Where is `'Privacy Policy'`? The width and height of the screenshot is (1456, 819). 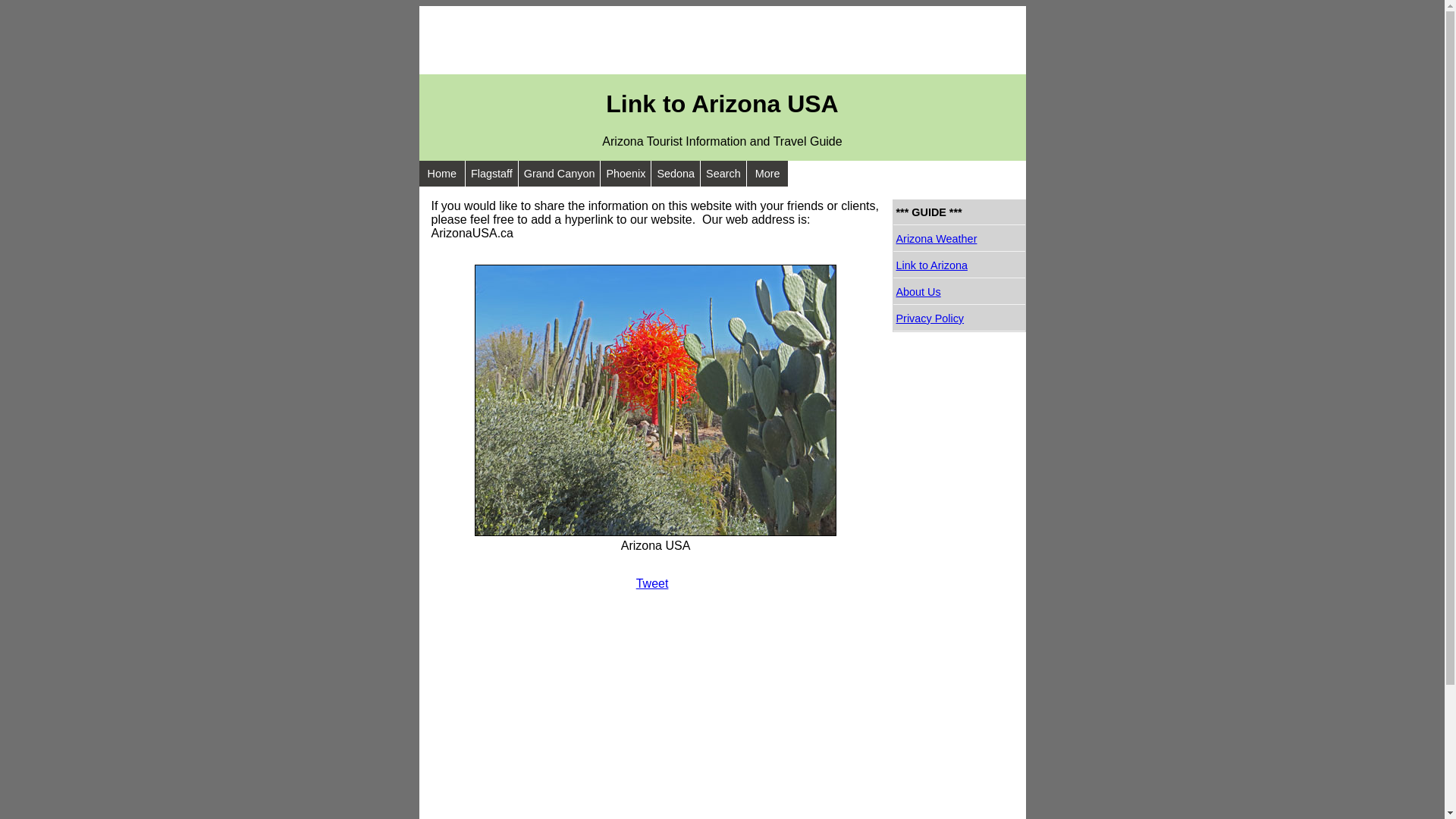 'Privacy Policy' is located at coordinates (959, 318).